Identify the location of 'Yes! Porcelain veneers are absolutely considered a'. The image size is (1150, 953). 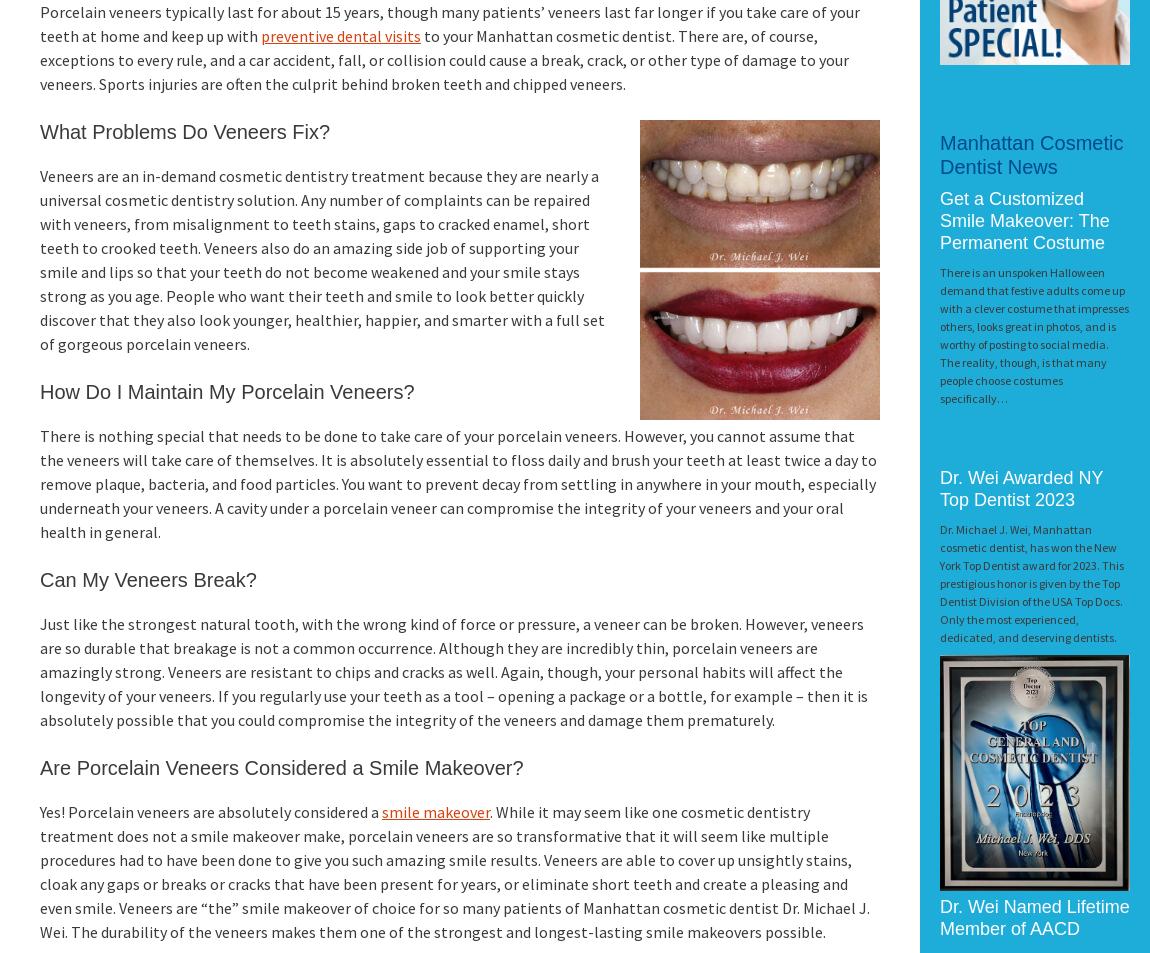
(210, 811).